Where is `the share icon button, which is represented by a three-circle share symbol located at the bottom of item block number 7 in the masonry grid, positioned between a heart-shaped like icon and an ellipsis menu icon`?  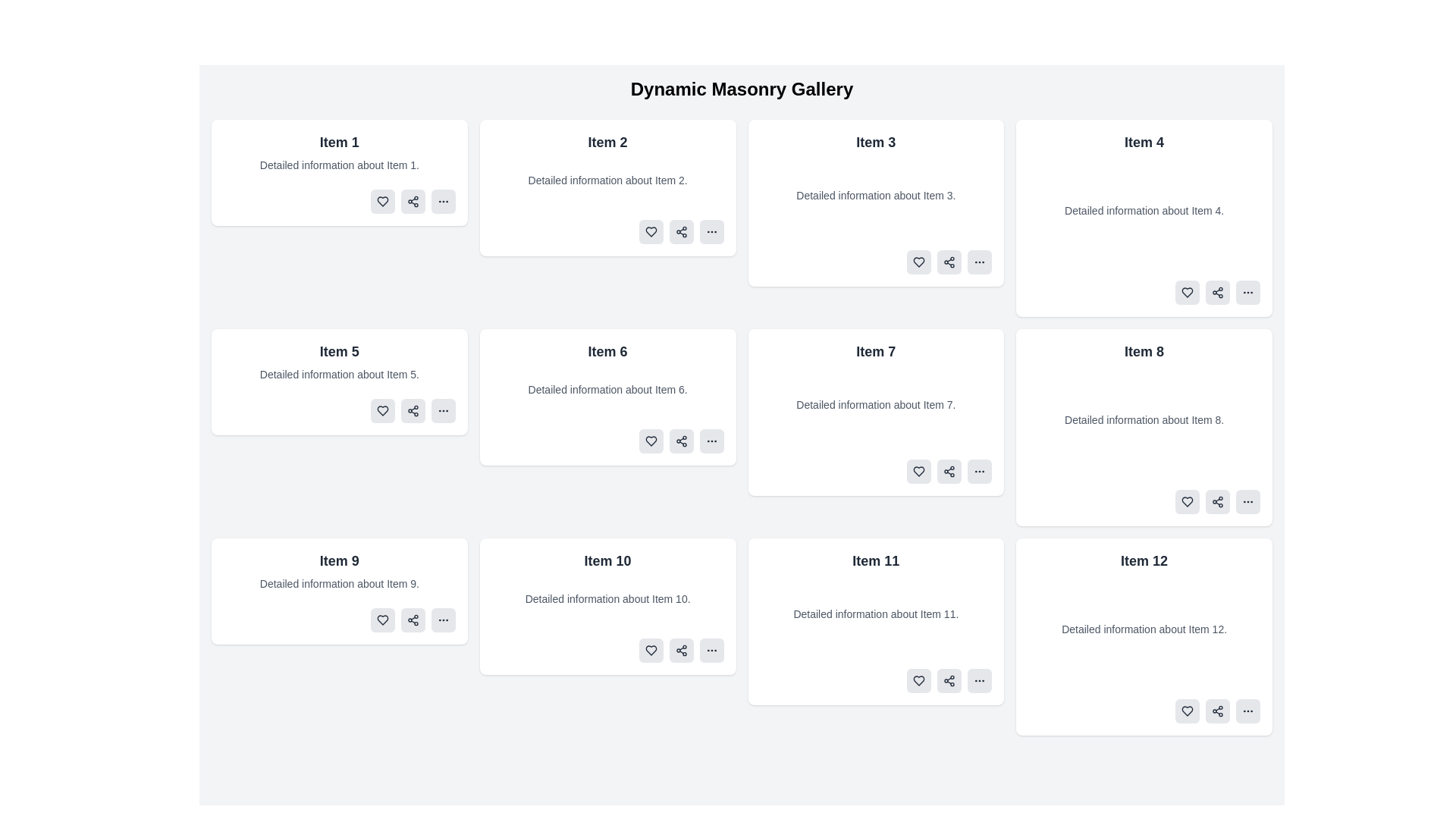 the share icon button, which is represented by a three-circle share symbol located at the bottom of item block number 7 in the masonry grid, positioned between a heart-shaped like icon and an ellipsis menu icon is located at coordinates (949, 470).